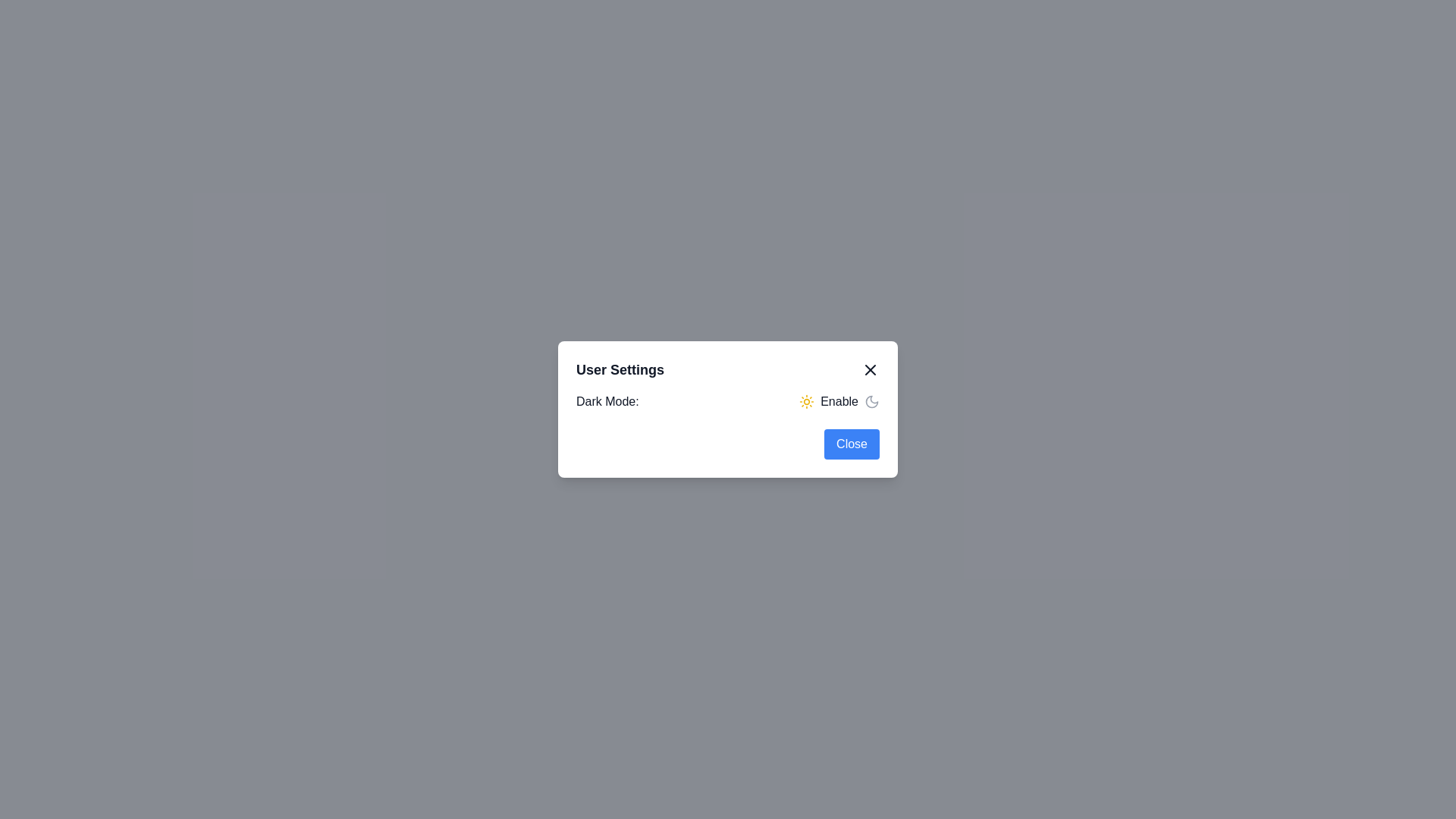 The width and height of the screenshot is (1456, 819). What do you see at coordinates (728, 409) in the screenshot?
I see `the interactive elements inside the 'User Settings' modal dialog box` at bounding box center [728, 409].